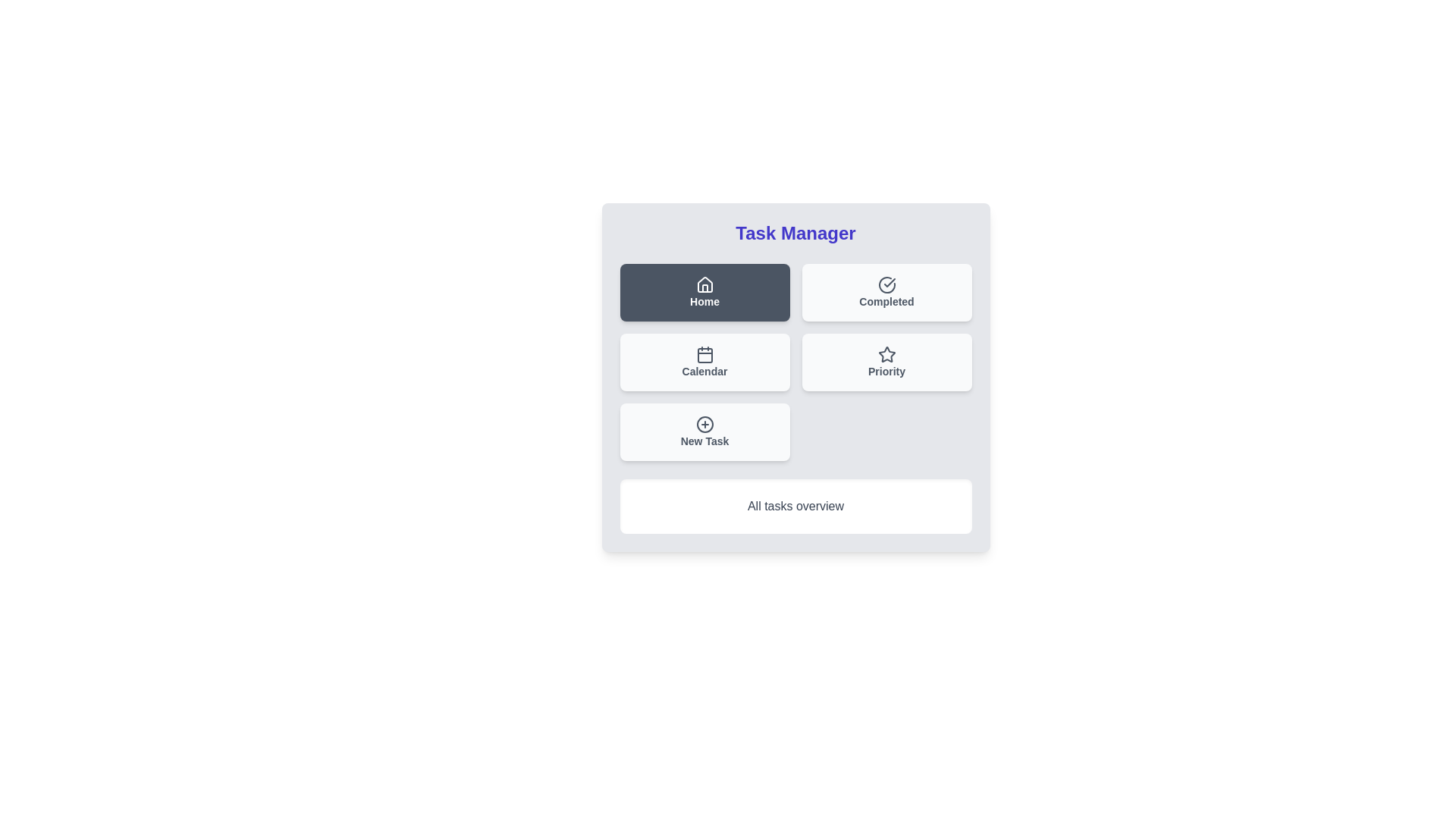 The image size is (1456, 819). I want to click on the rectangular button with rounded corners labeled 'Calendar', featuring a calendar icon above the text, so click(704, 362).